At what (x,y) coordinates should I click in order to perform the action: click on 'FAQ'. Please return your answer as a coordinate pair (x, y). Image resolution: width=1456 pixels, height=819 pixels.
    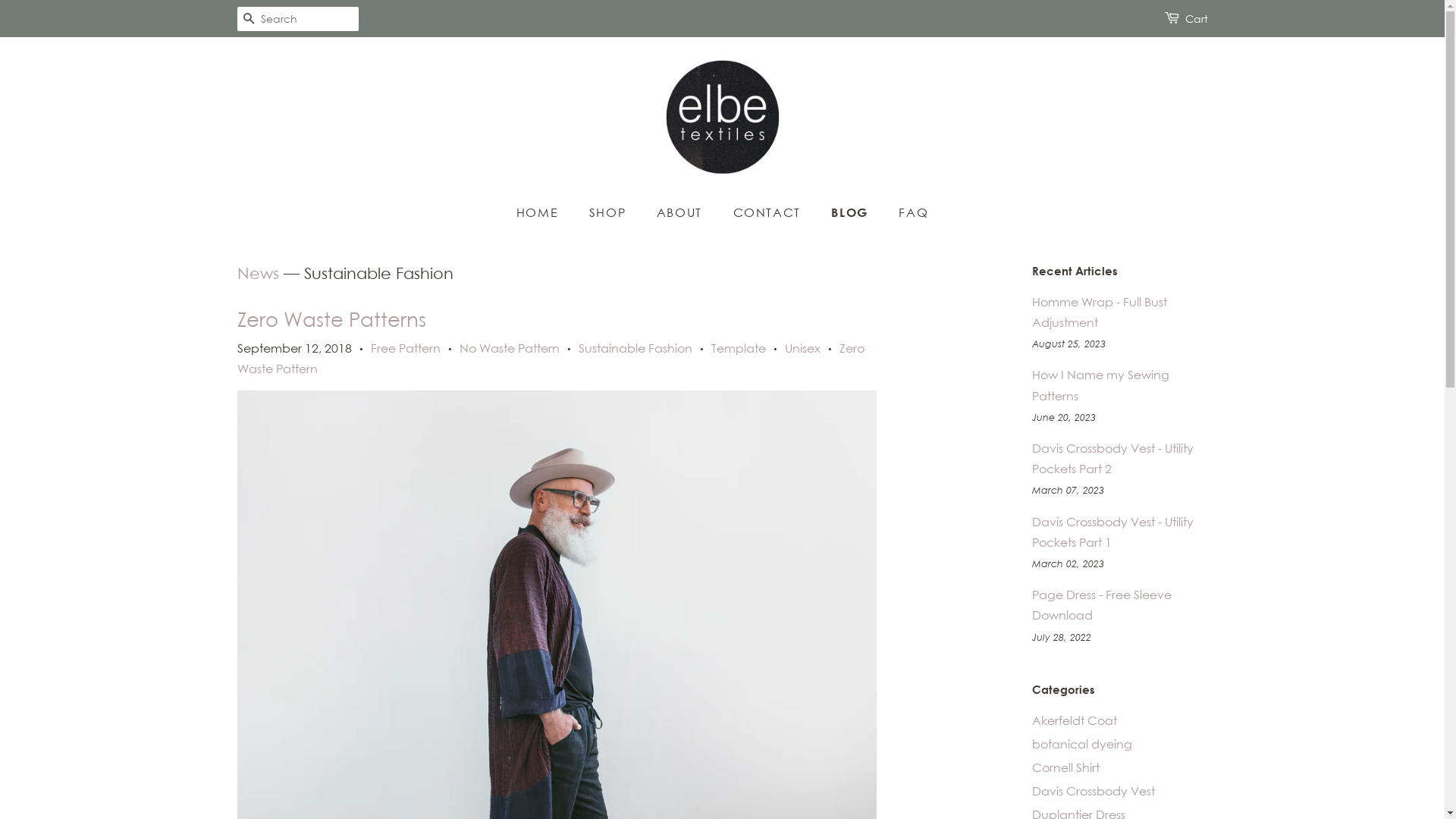
    Looking at the image, I should click on (907, 212).